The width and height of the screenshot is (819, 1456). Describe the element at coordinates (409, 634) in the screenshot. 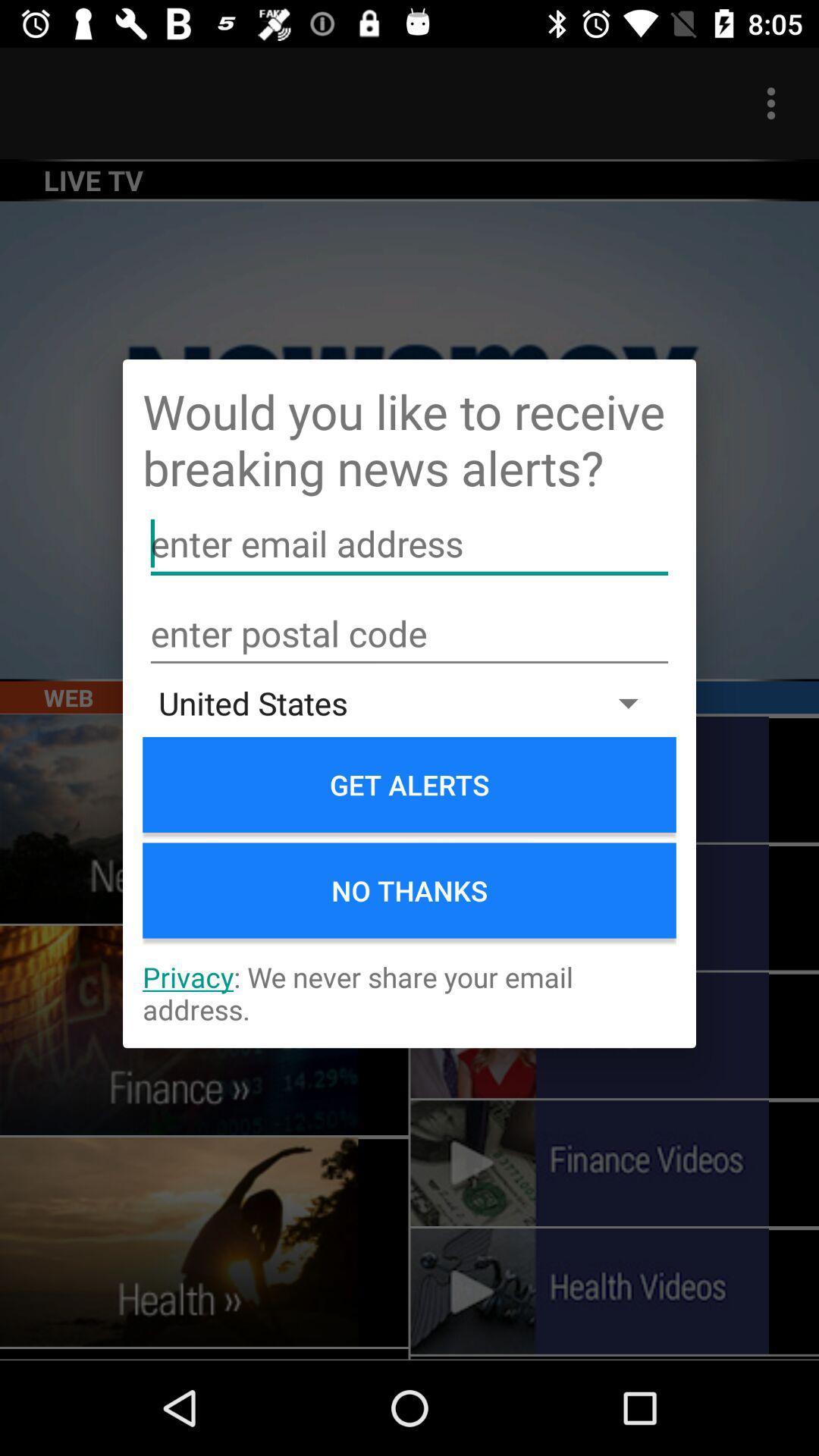

I see `postal code` at that location.